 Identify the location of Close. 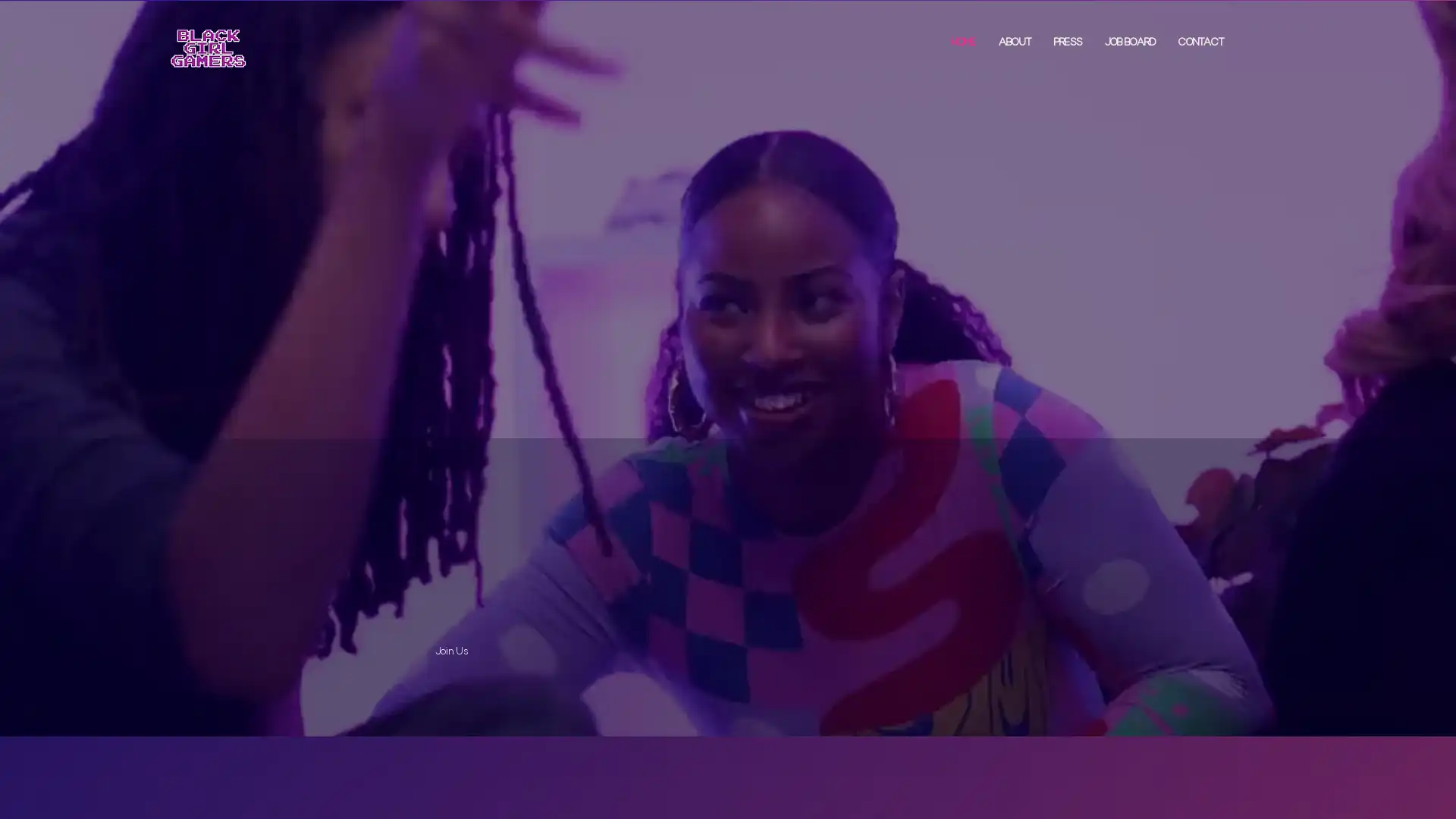
(1437, 794).